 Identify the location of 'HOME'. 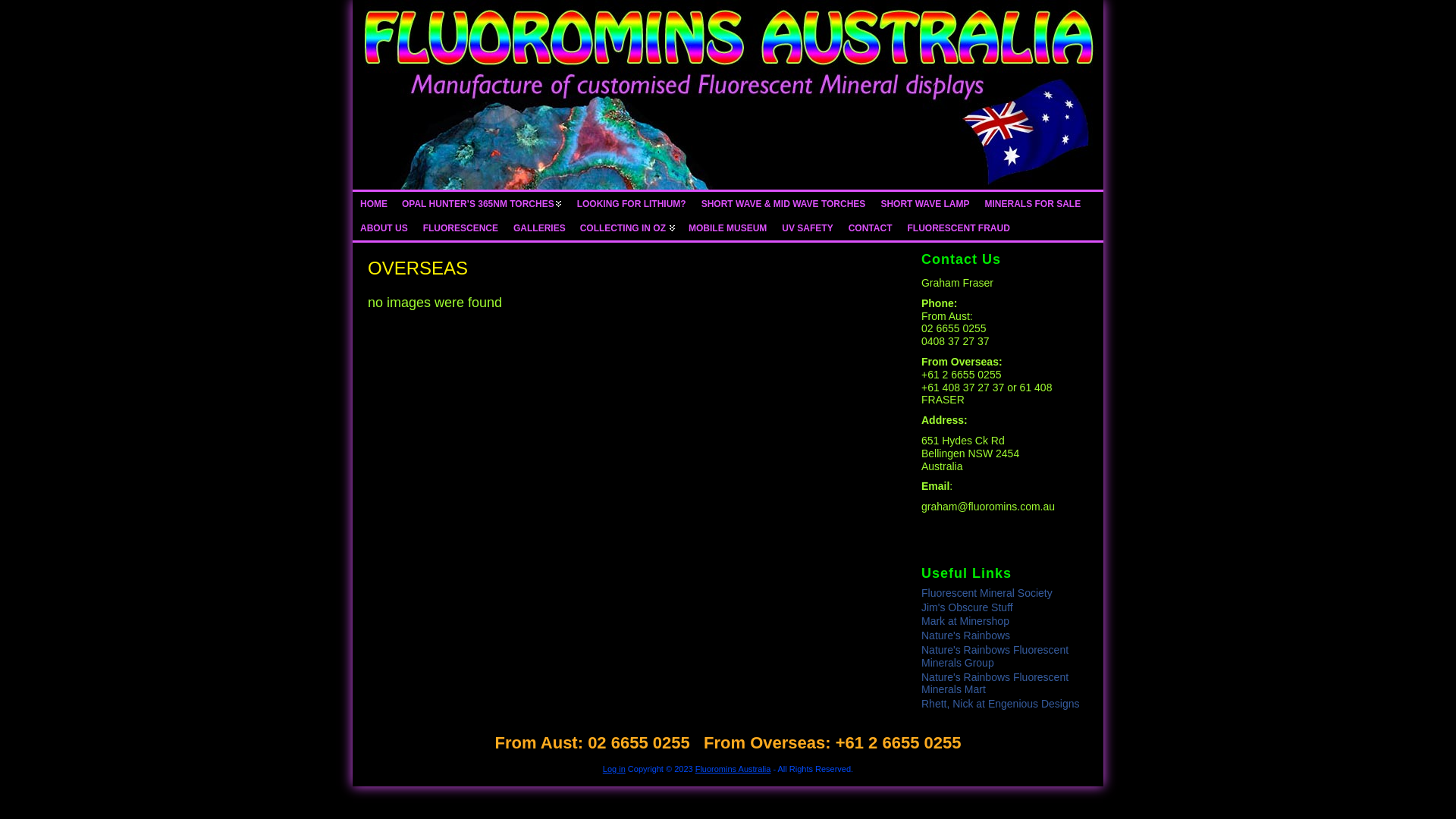
(374, 203).